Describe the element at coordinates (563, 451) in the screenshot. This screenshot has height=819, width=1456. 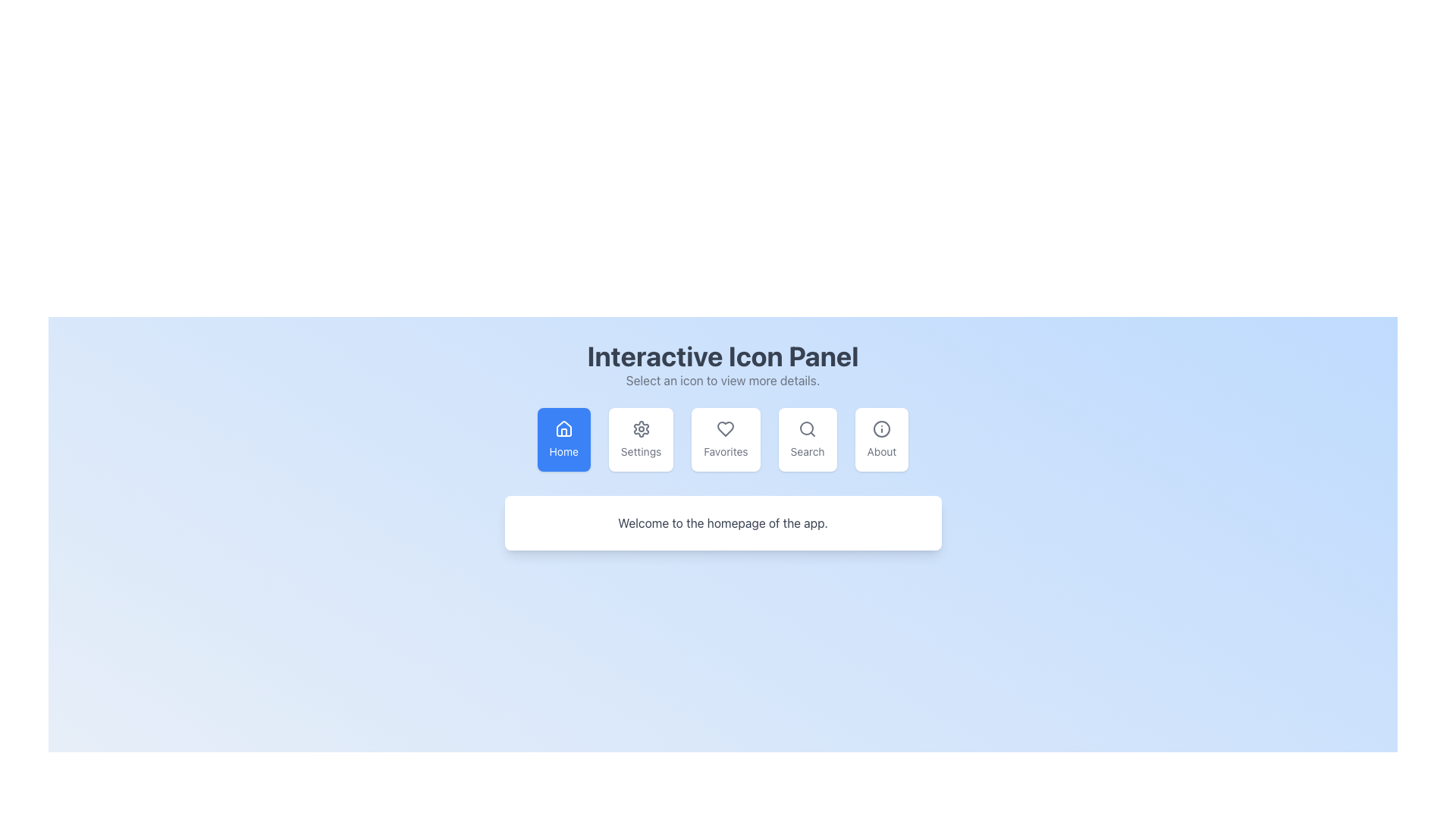
I see `'Home' label located directly below the house-shaped icon in the first icon button of the horizontal row` at that location.